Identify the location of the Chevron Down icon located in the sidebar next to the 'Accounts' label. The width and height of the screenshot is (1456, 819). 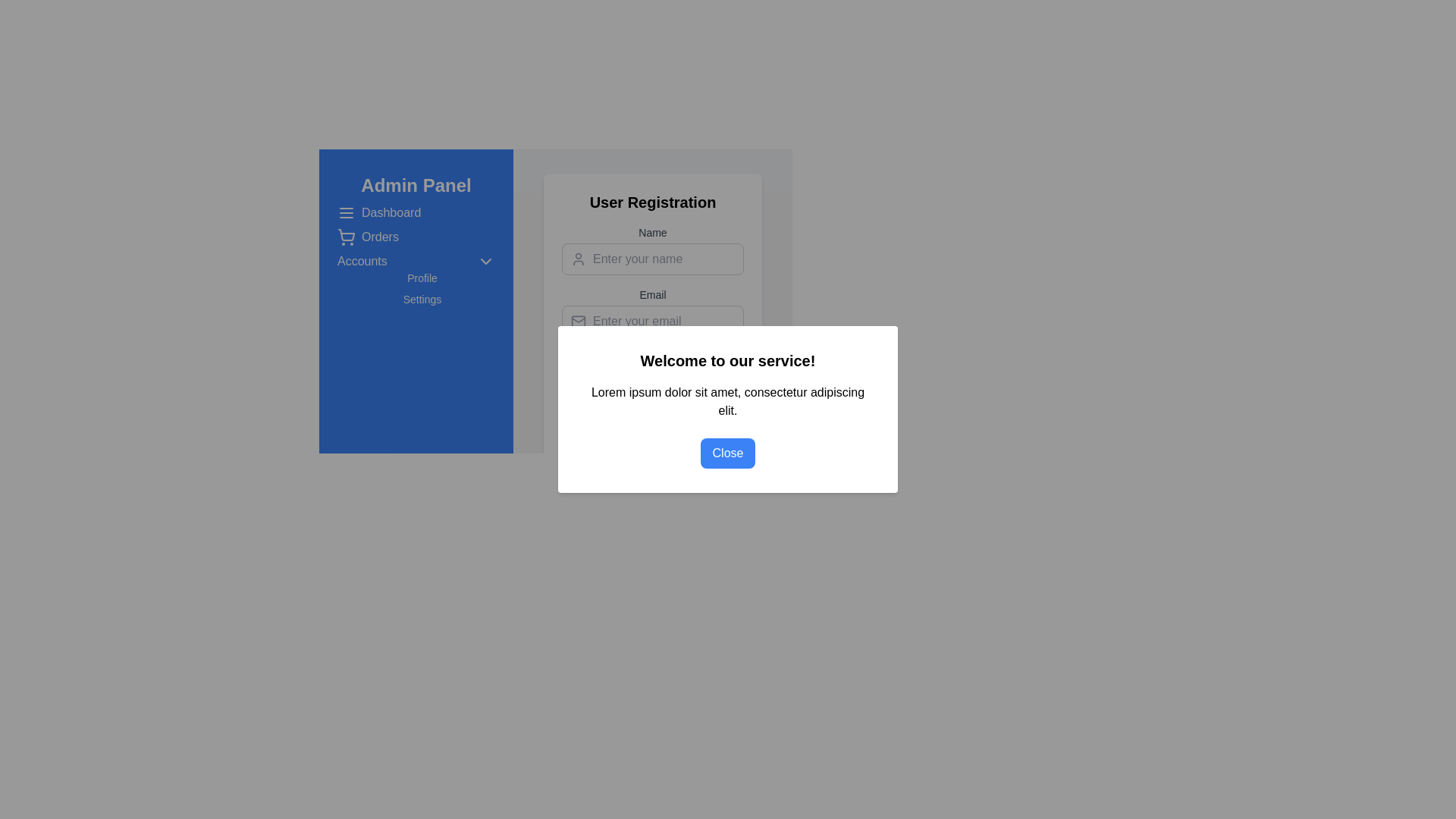
(486, 260).